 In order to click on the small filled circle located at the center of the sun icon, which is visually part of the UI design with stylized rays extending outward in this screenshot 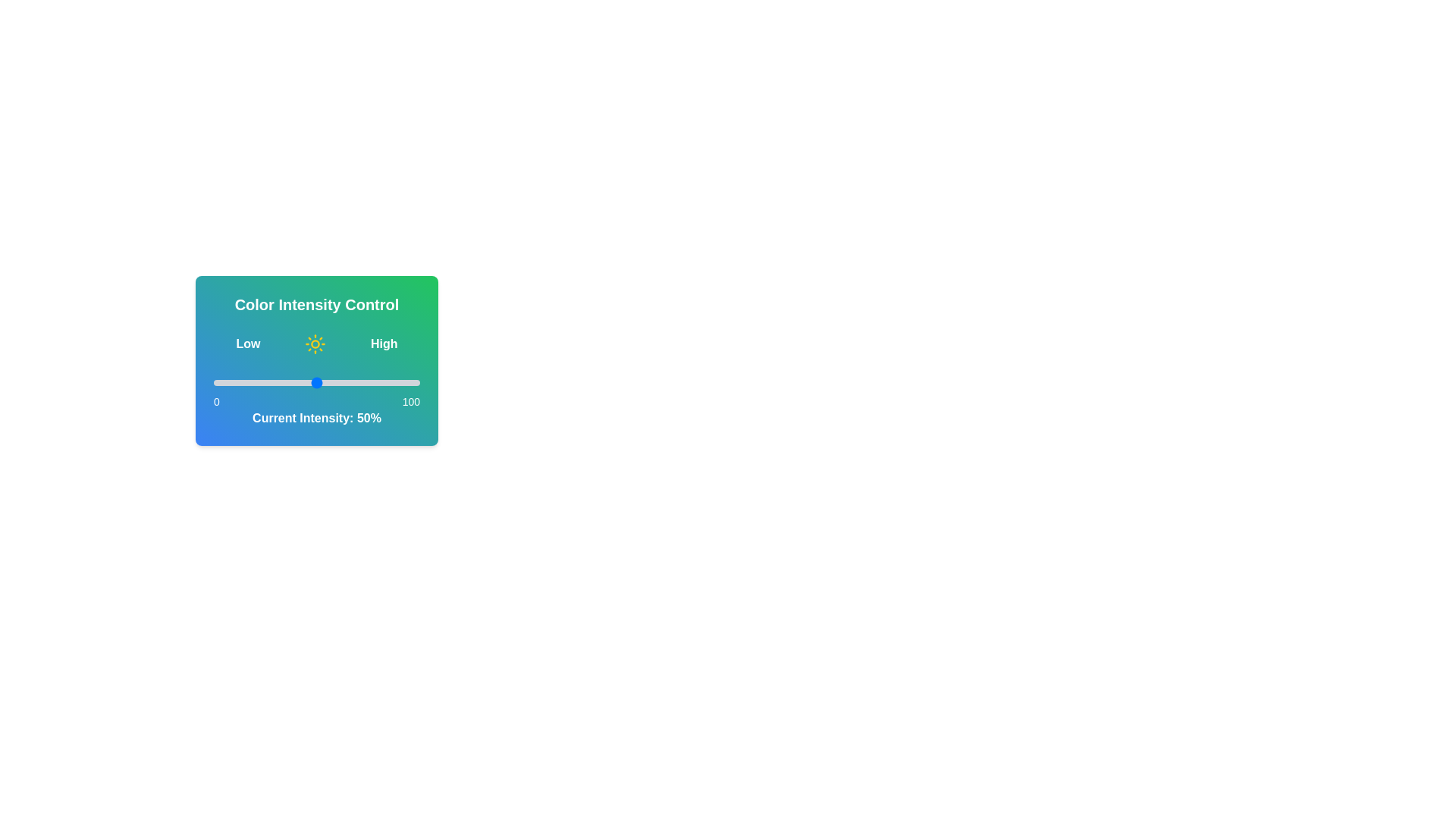, I will do `click(315, 344)`.